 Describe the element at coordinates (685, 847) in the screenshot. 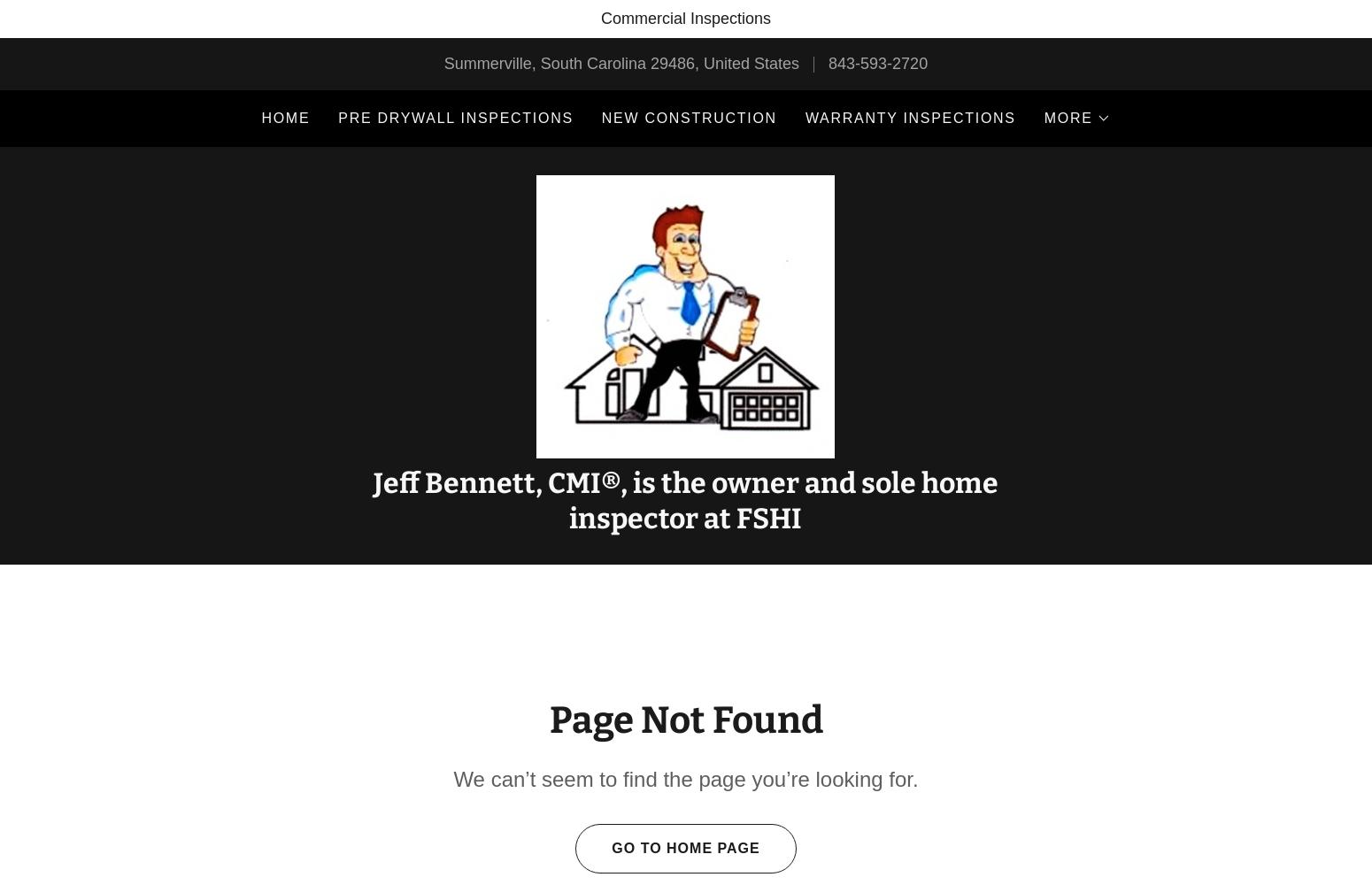

I see `'Go To Home Page'` at that location.